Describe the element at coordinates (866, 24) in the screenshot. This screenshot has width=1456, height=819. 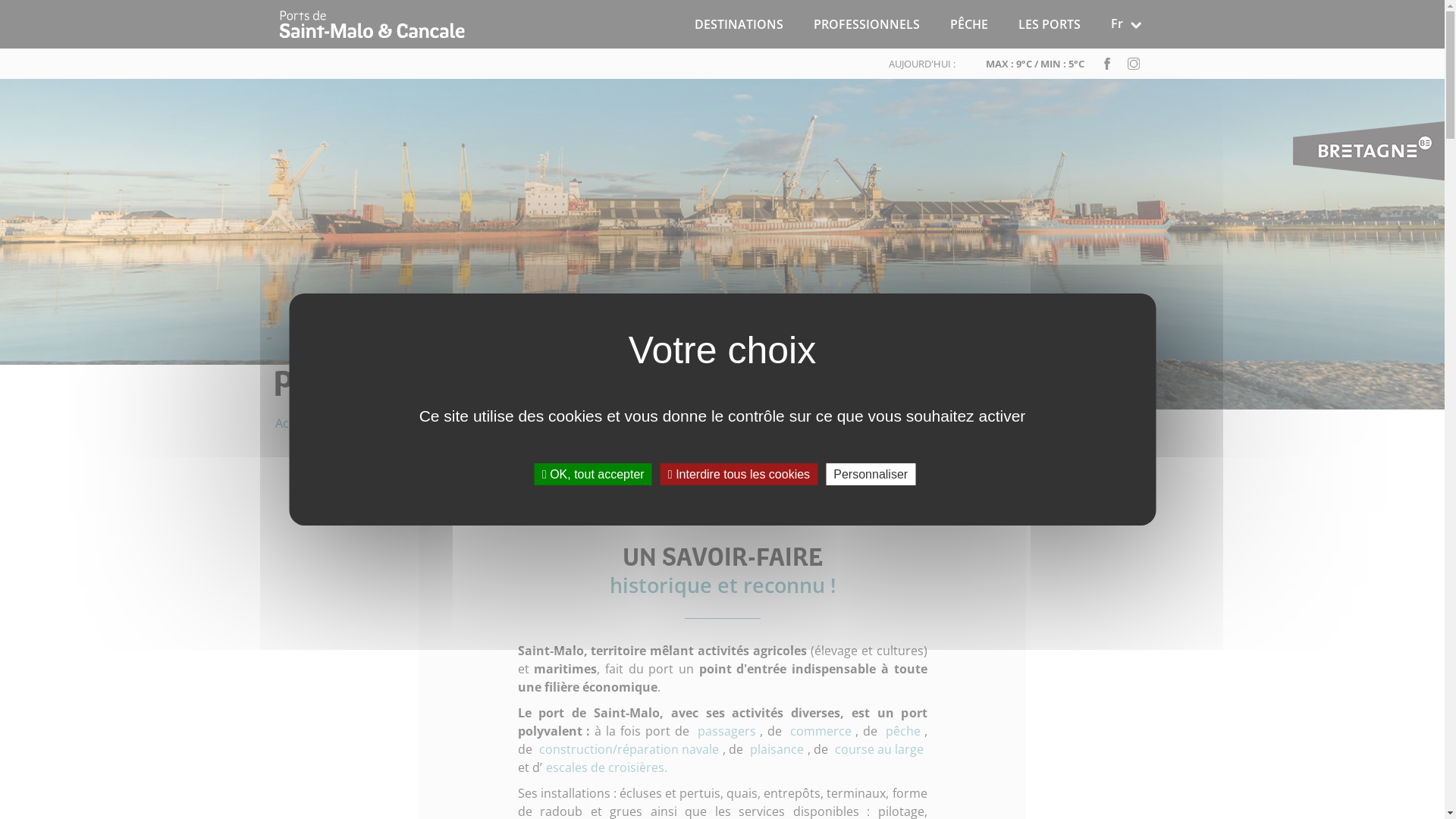
I see `'PROFESSIONNELS'` at that location.